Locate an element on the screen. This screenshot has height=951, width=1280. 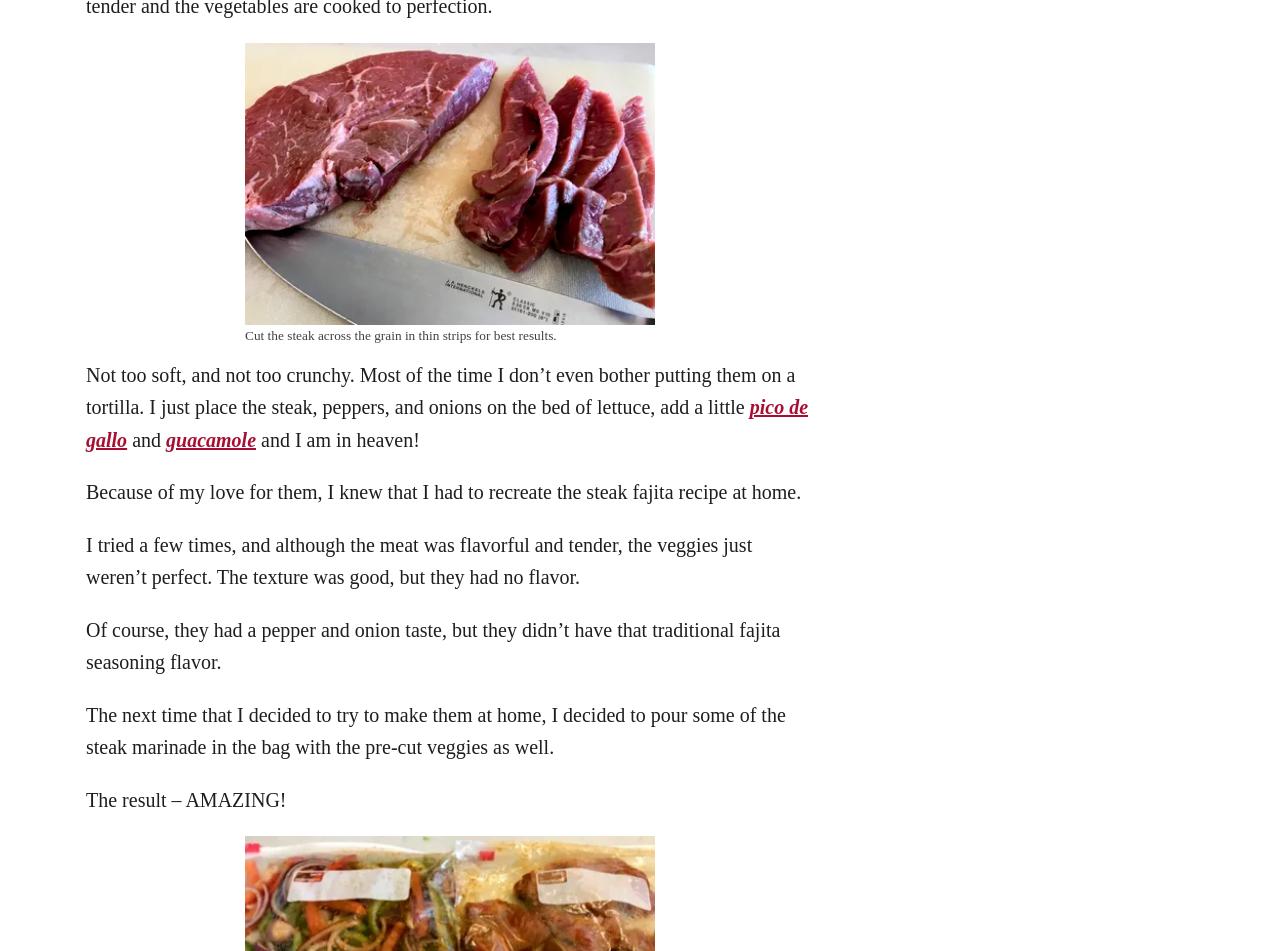
'Cut the steak across the grain in thin strips for best results.' is located at coordinates (400, 334).